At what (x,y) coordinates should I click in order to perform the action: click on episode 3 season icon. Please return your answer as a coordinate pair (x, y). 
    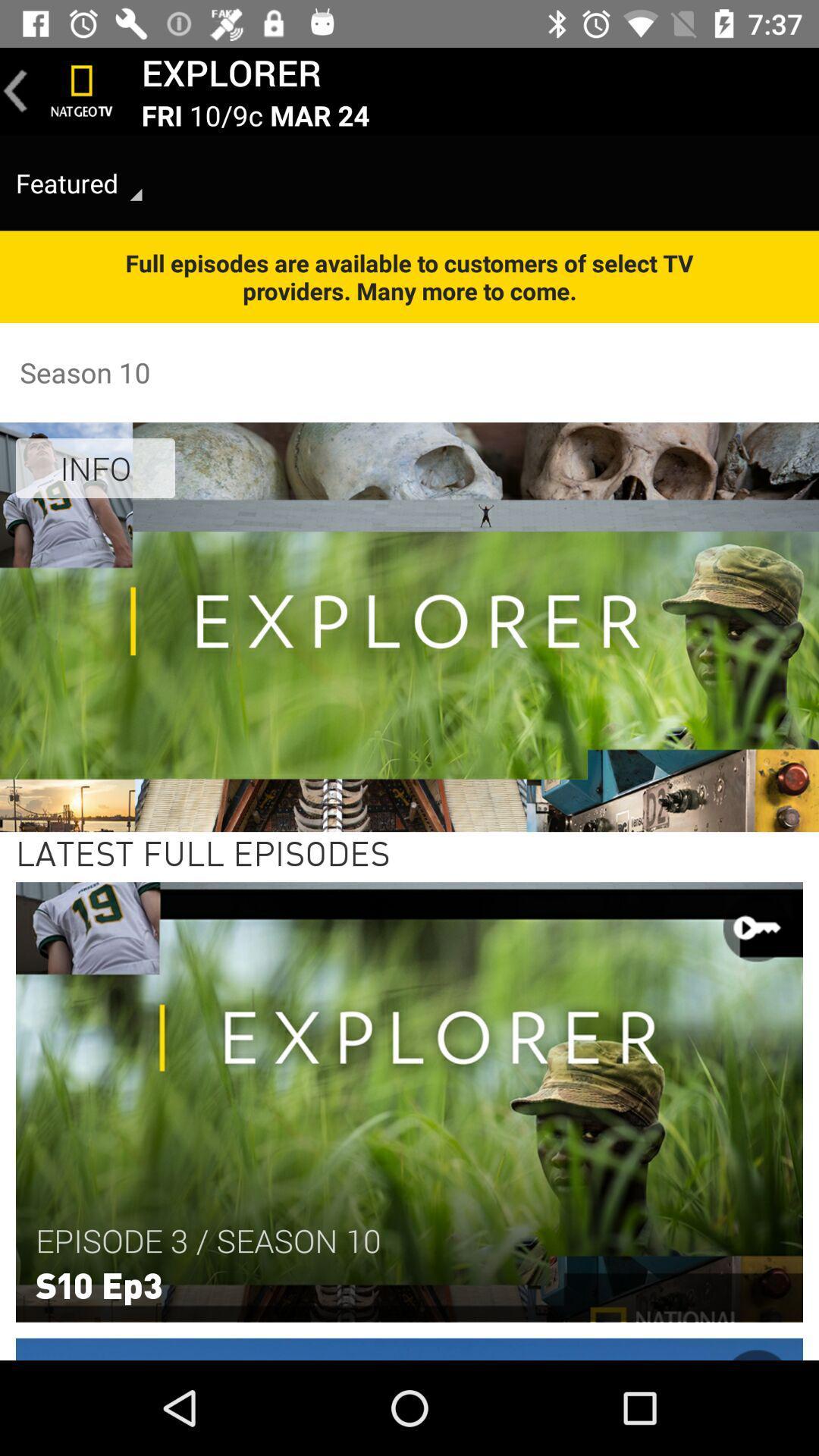
    Looking at the image, I should click on (208, 1241).